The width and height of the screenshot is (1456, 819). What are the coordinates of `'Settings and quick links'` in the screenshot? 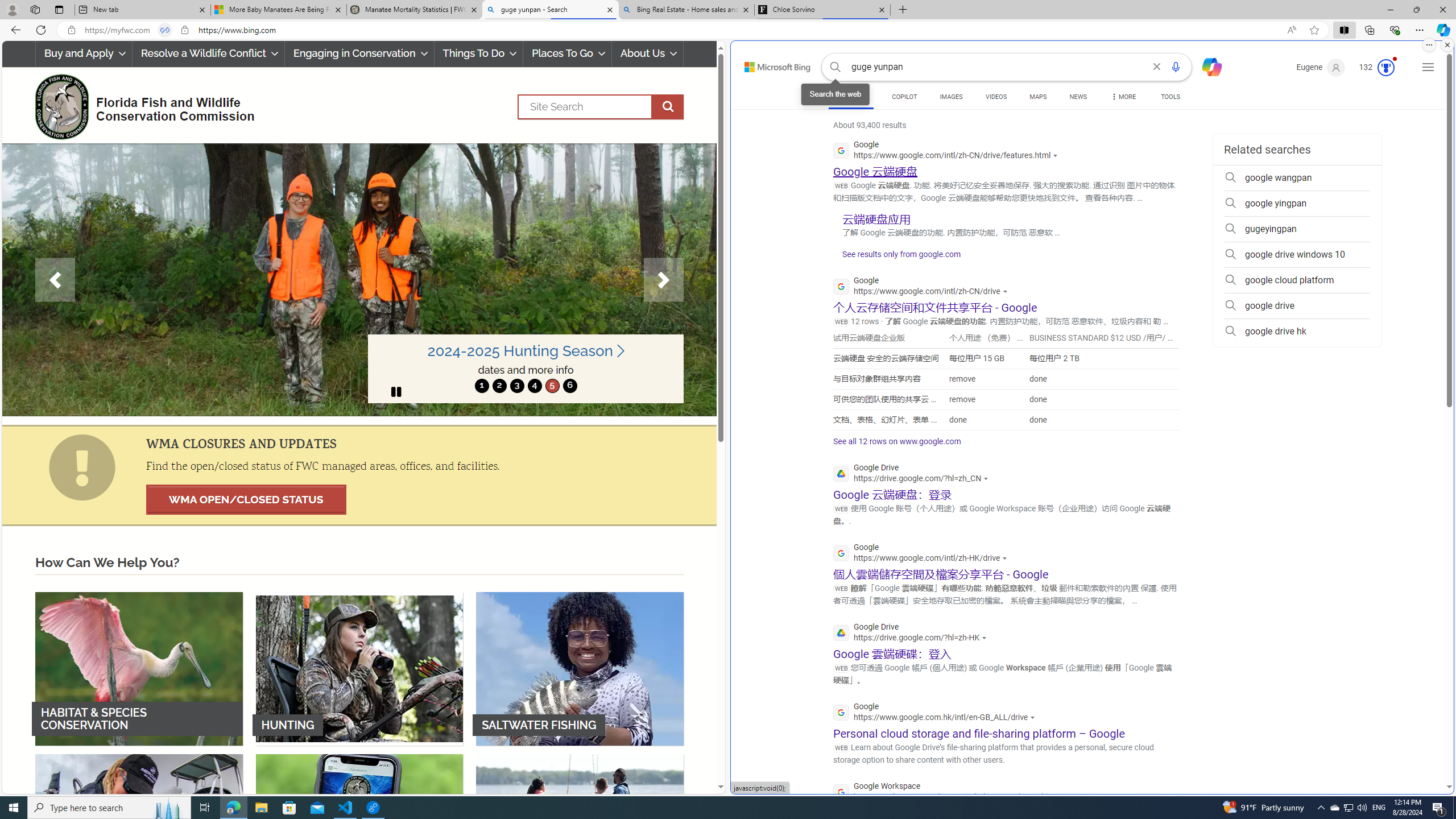 It's located at (1428, 67).